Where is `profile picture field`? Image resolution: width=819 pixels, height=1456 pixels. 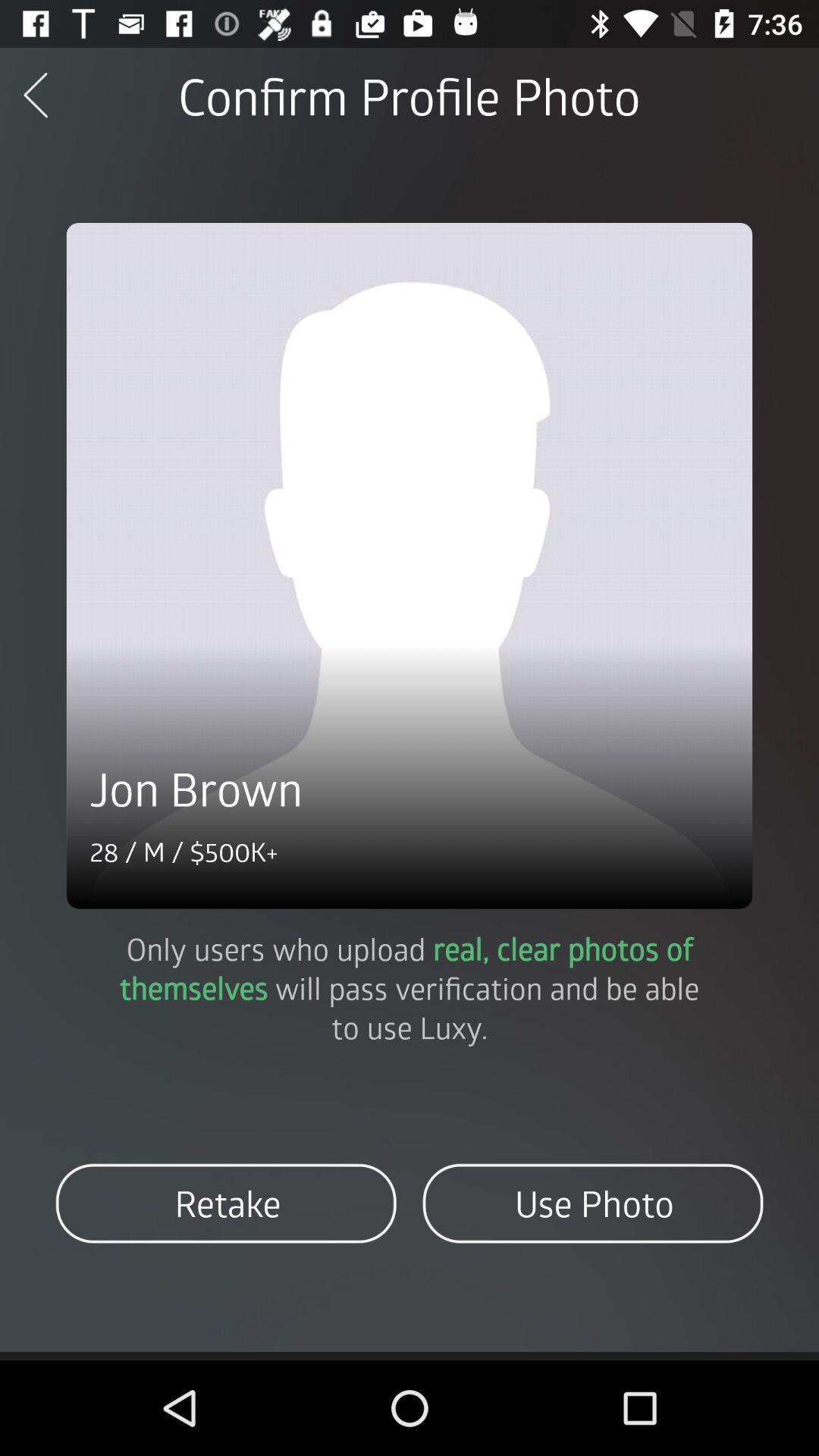
profile picture field is located at coordinates (409, 565).